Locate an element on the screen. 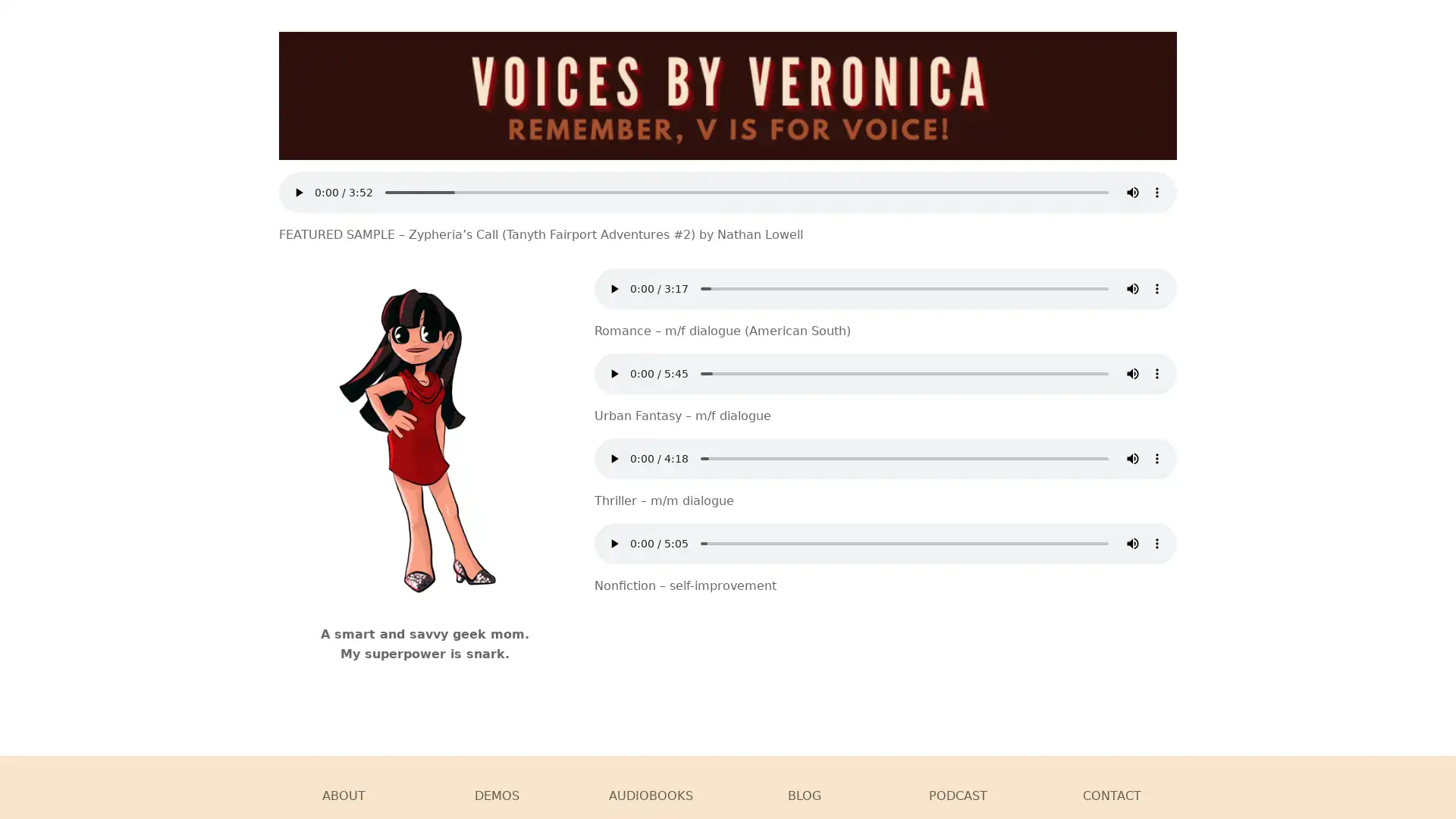 The height and width of the screenshot is (819, 1456). show more media controls is located at coordinates (1156, 543).